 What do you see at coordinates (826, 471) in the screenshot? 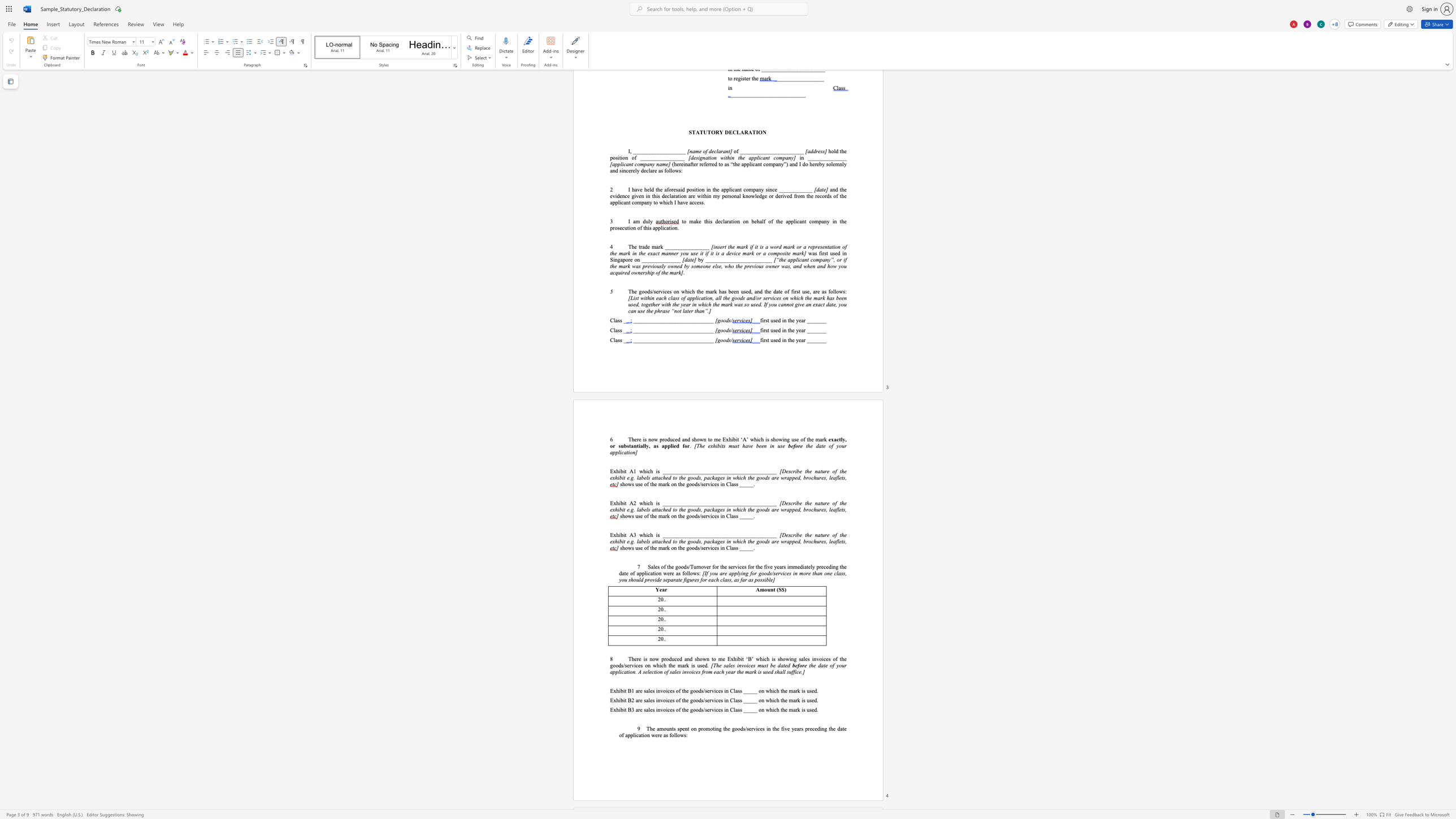
I see `the space between the continuous character "r" and "e" in the text` at bounding box center [826, 471].